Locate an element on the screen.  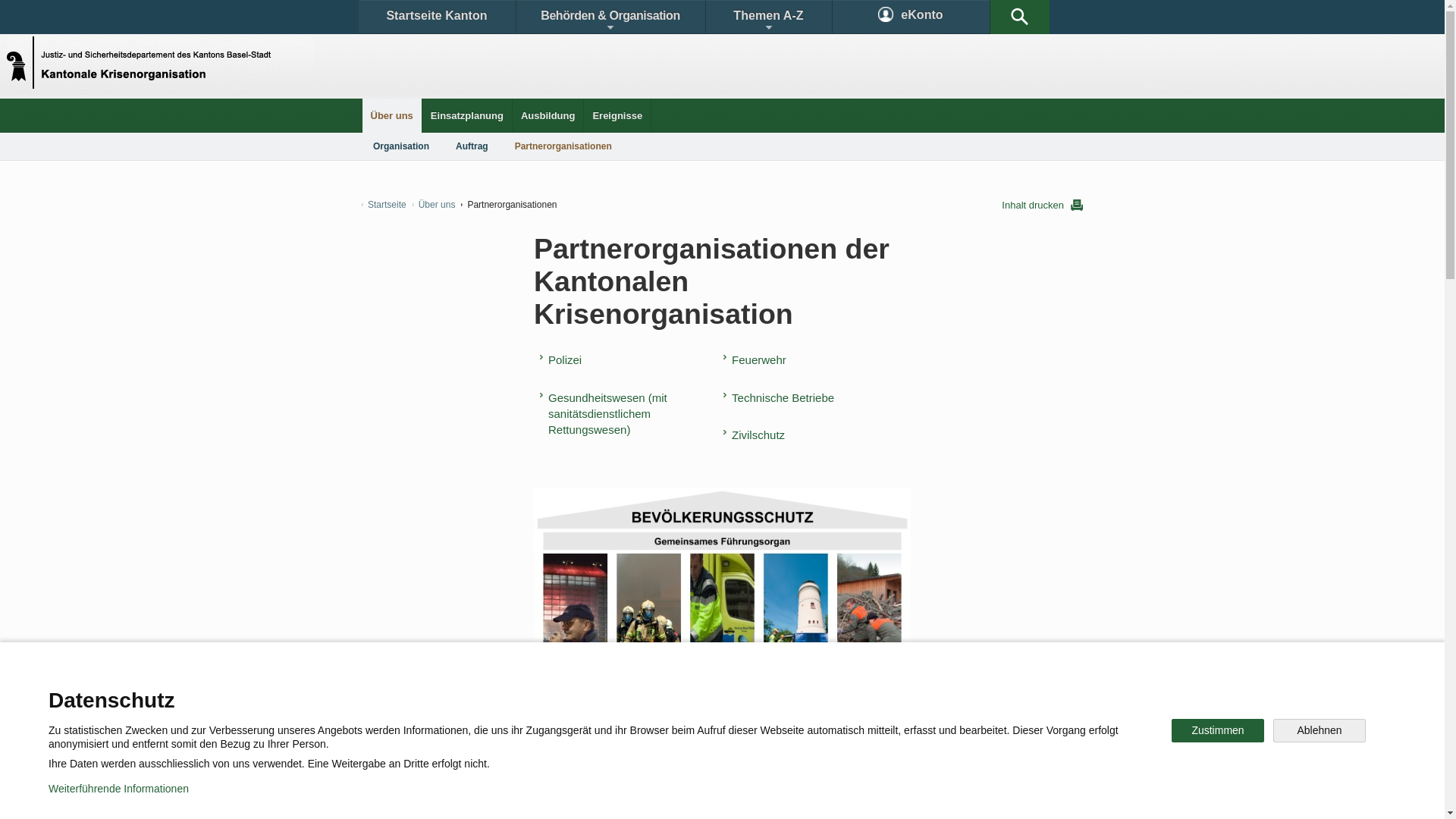
'Startseite Kanton' is located at coordinates (435, 17).